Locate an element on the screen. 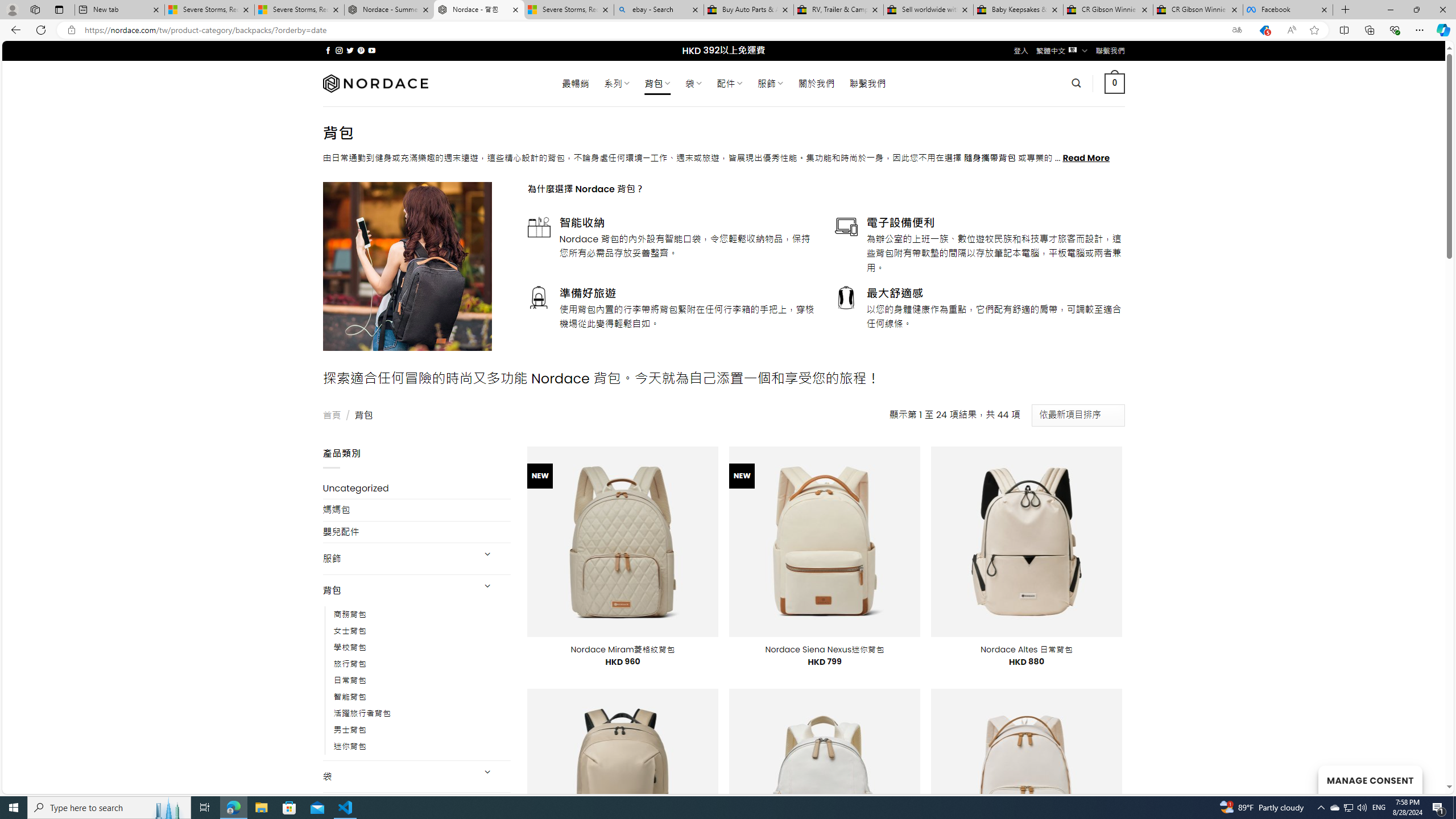 This screenshot has width=1456, height=819. 'Nordace - Summer Adventures 2024' is located at coordinates (389, 9).